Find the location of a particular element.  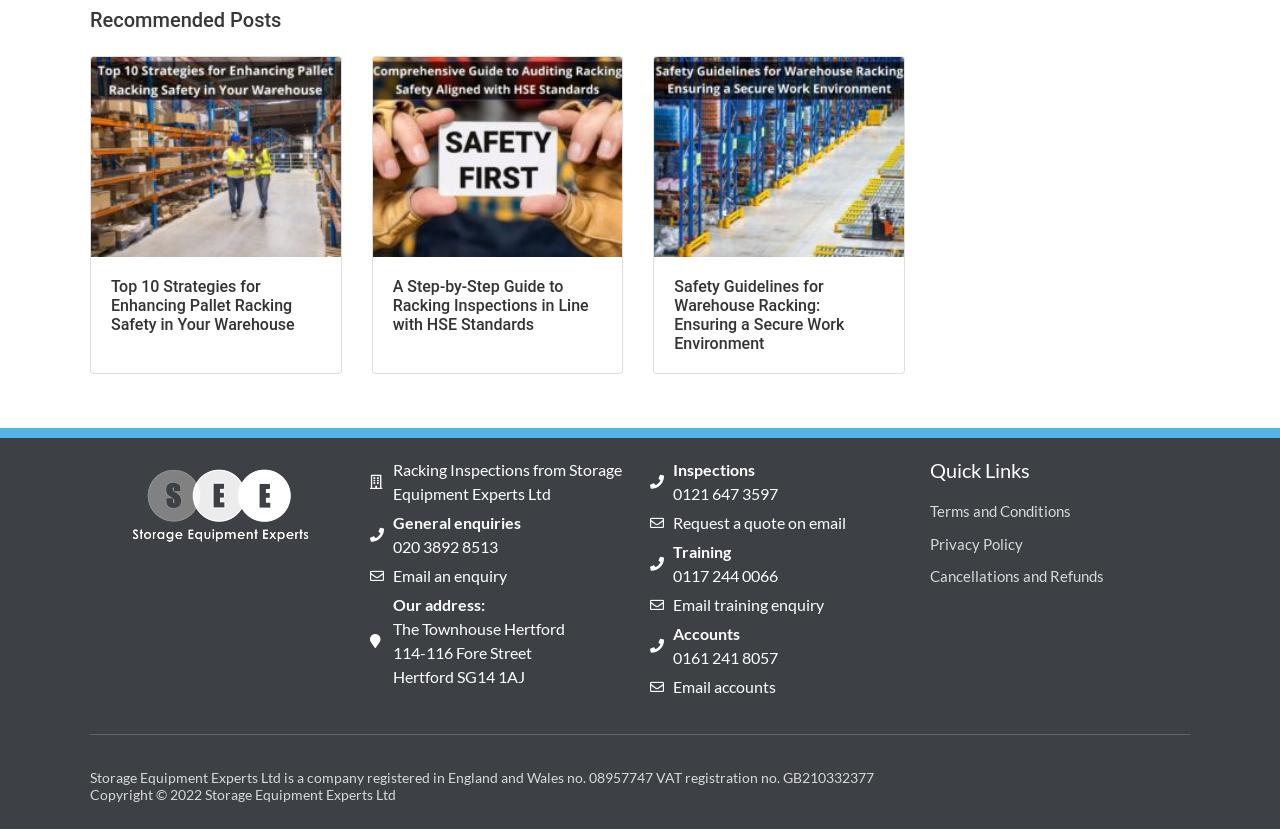

'Copyright © 2022 Storage Equipment Experts Ltd' is located at coordinates (241, 793).